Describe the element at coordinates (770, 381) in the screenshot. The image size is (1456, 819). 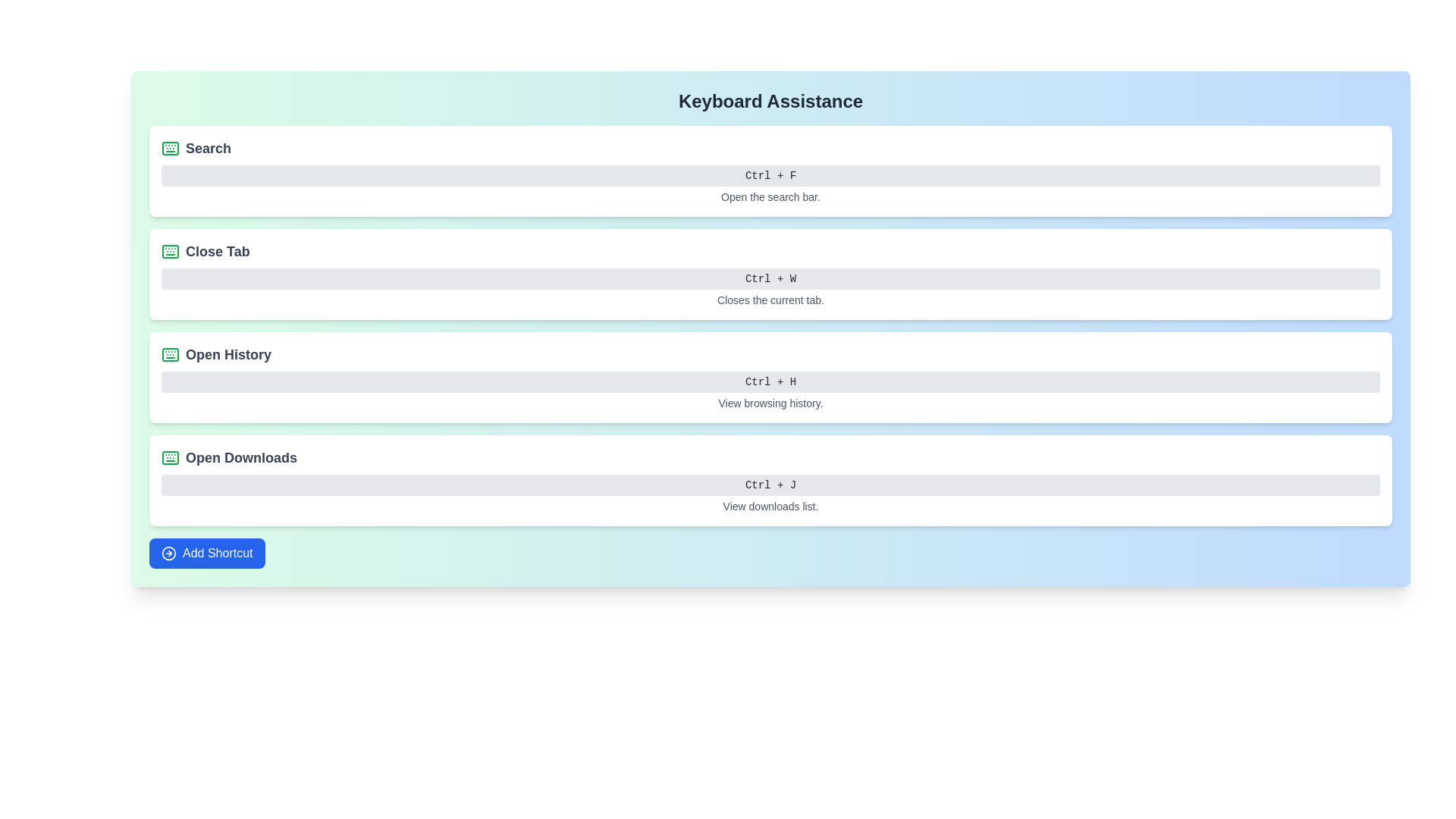
I see `the Shortcut indicator displaying 'Ctrl + H' with a light gray background and dark gray text, located below 'Open History'` at that location.